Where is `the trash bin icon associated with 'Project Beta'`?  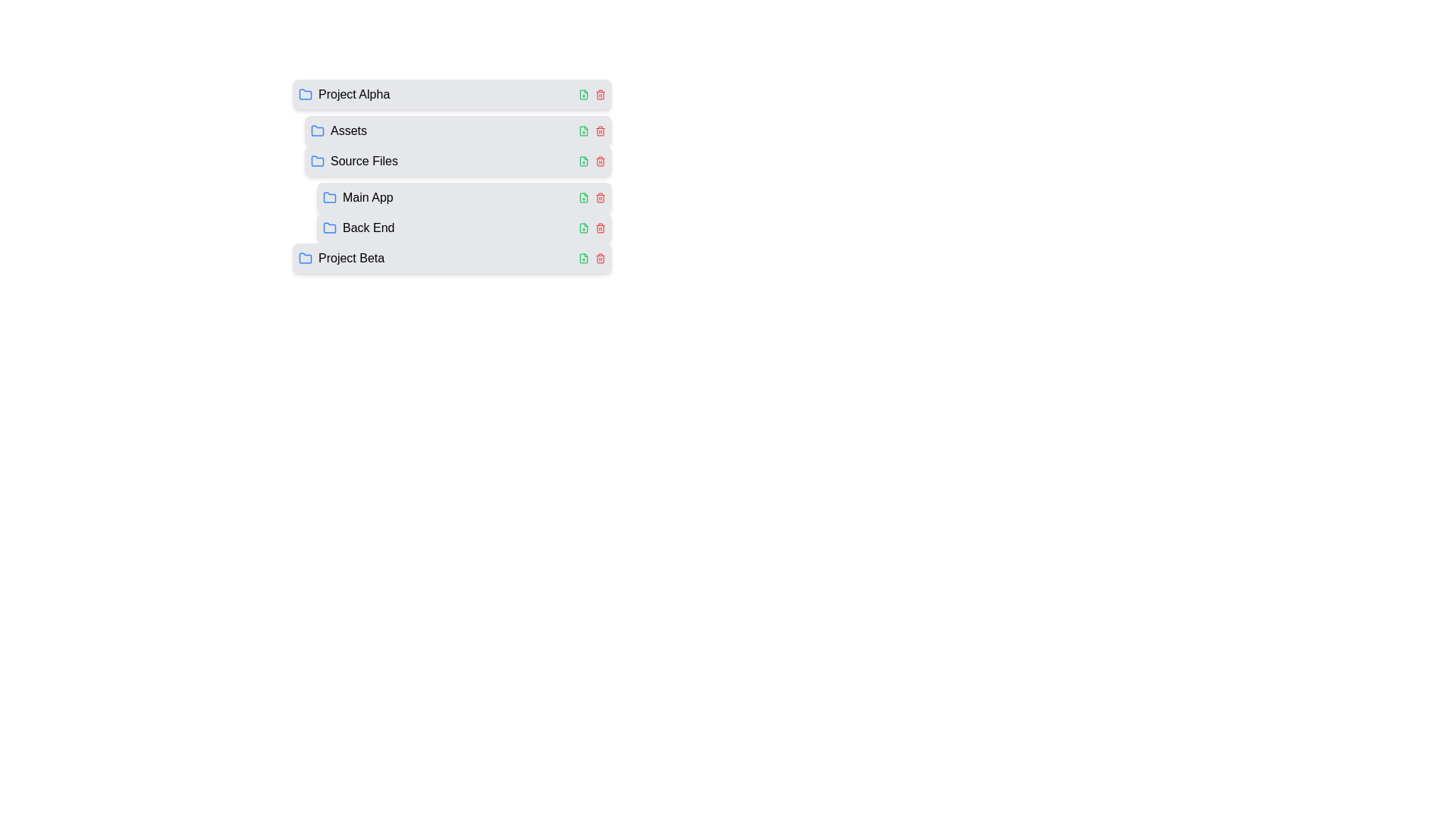
the trash bin icon associated with 'Project Beta' is located at coordinates (600, 257).